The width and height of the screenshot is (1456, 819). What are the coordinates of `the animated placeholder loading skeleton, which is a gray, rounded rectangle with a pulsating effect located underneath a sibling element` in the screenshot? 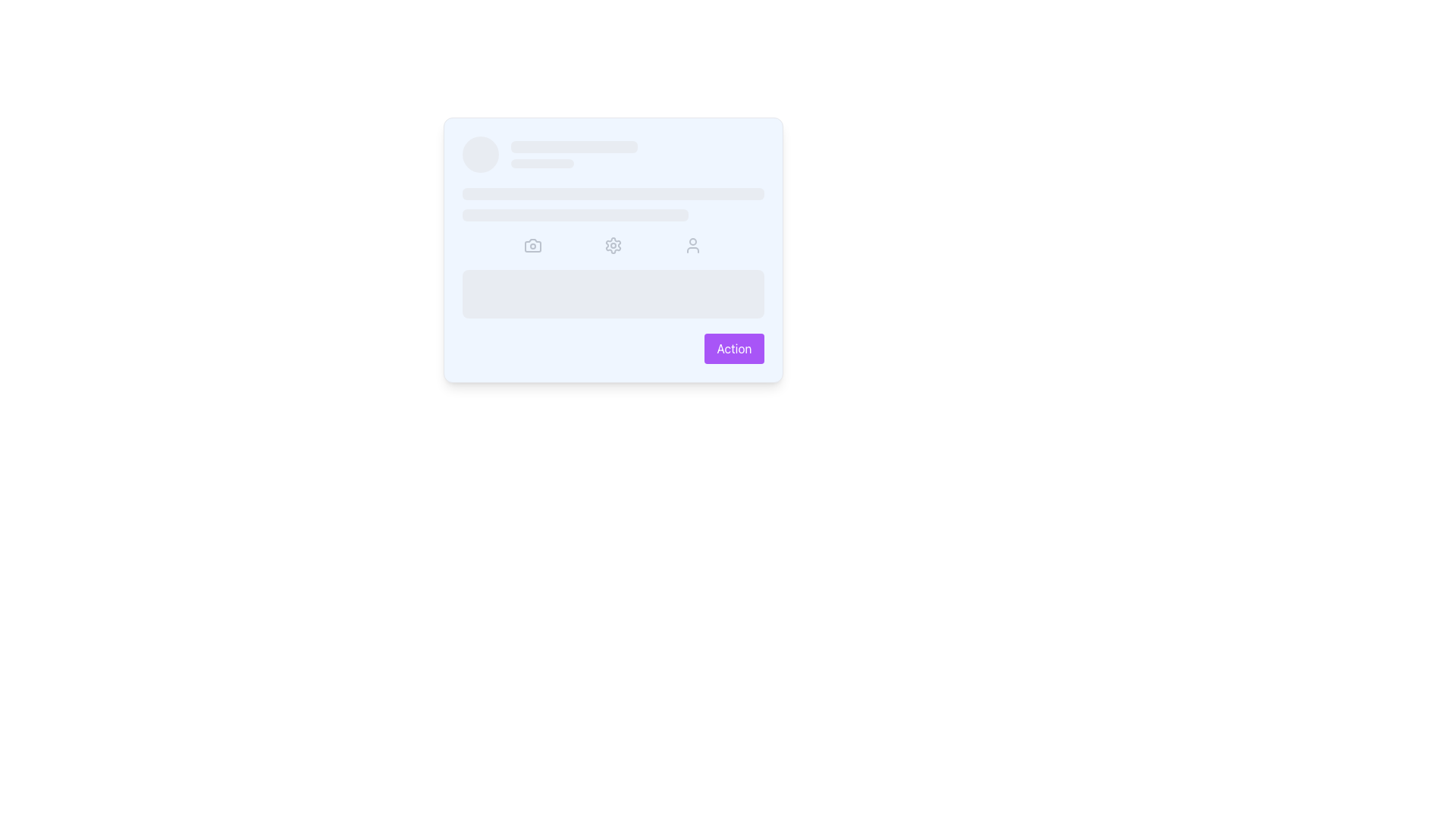 It's located at (574, 215).